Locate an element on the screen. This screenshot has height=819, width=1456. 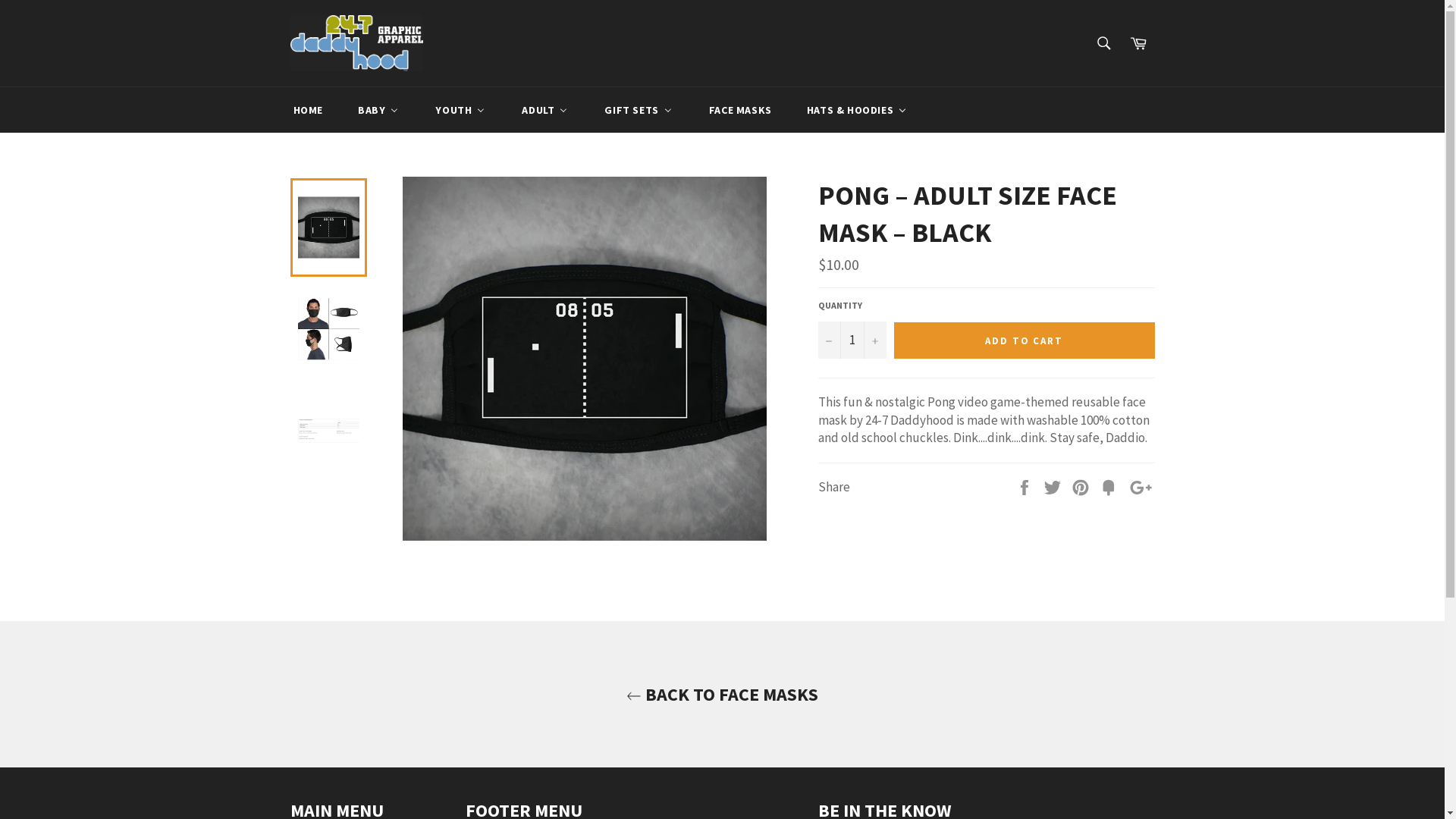
'Search' is located at coordinates (1103, 42).